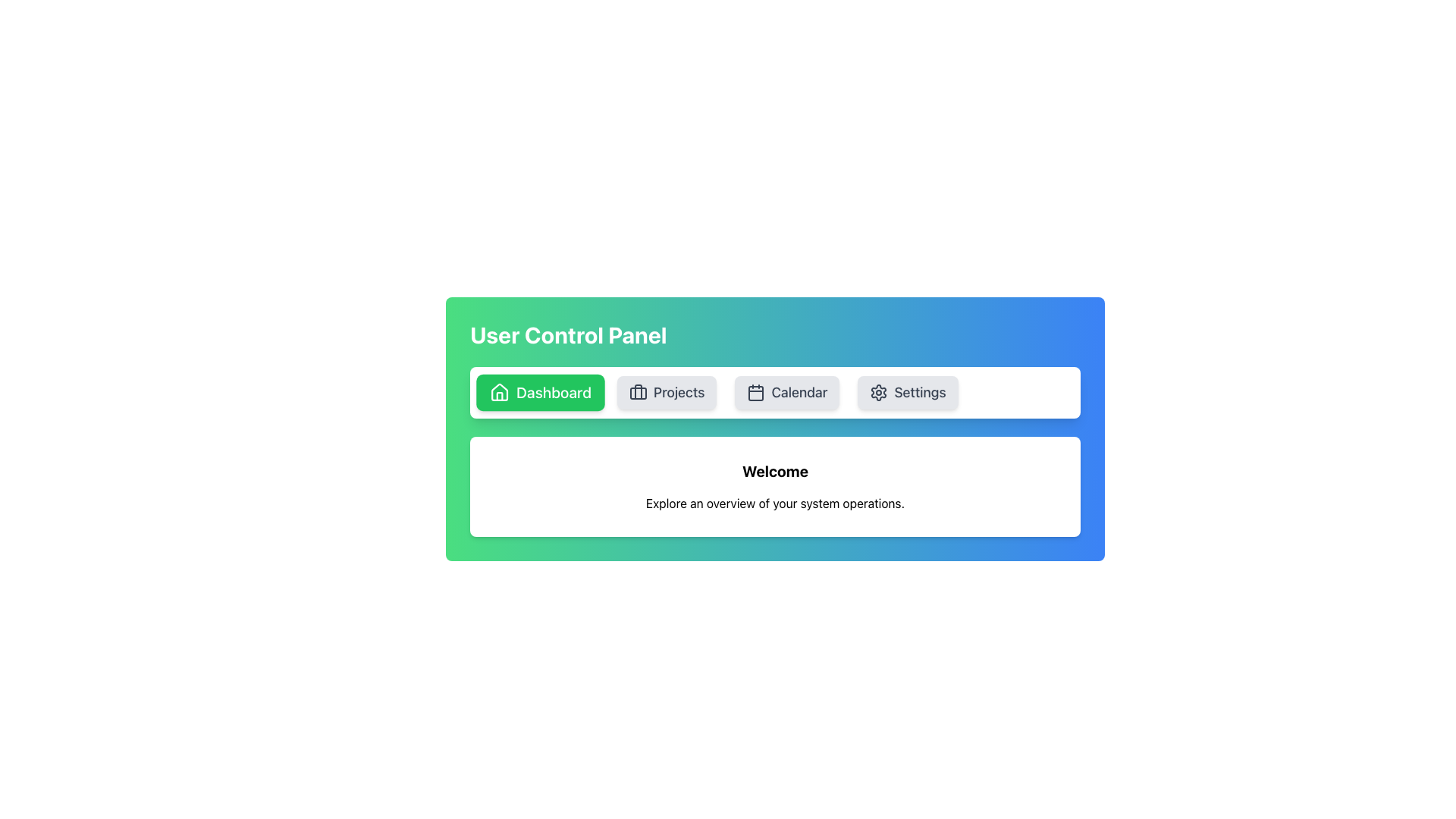 The image size is (1456, 819). Describe the element at coordinates (775, 391) in the screenshot. I see `the Navigation bar to visualize the hover effects on the buttons within the navigation panel located between the 'User Control Panel' heading and the 'Welcome' section` at that location.